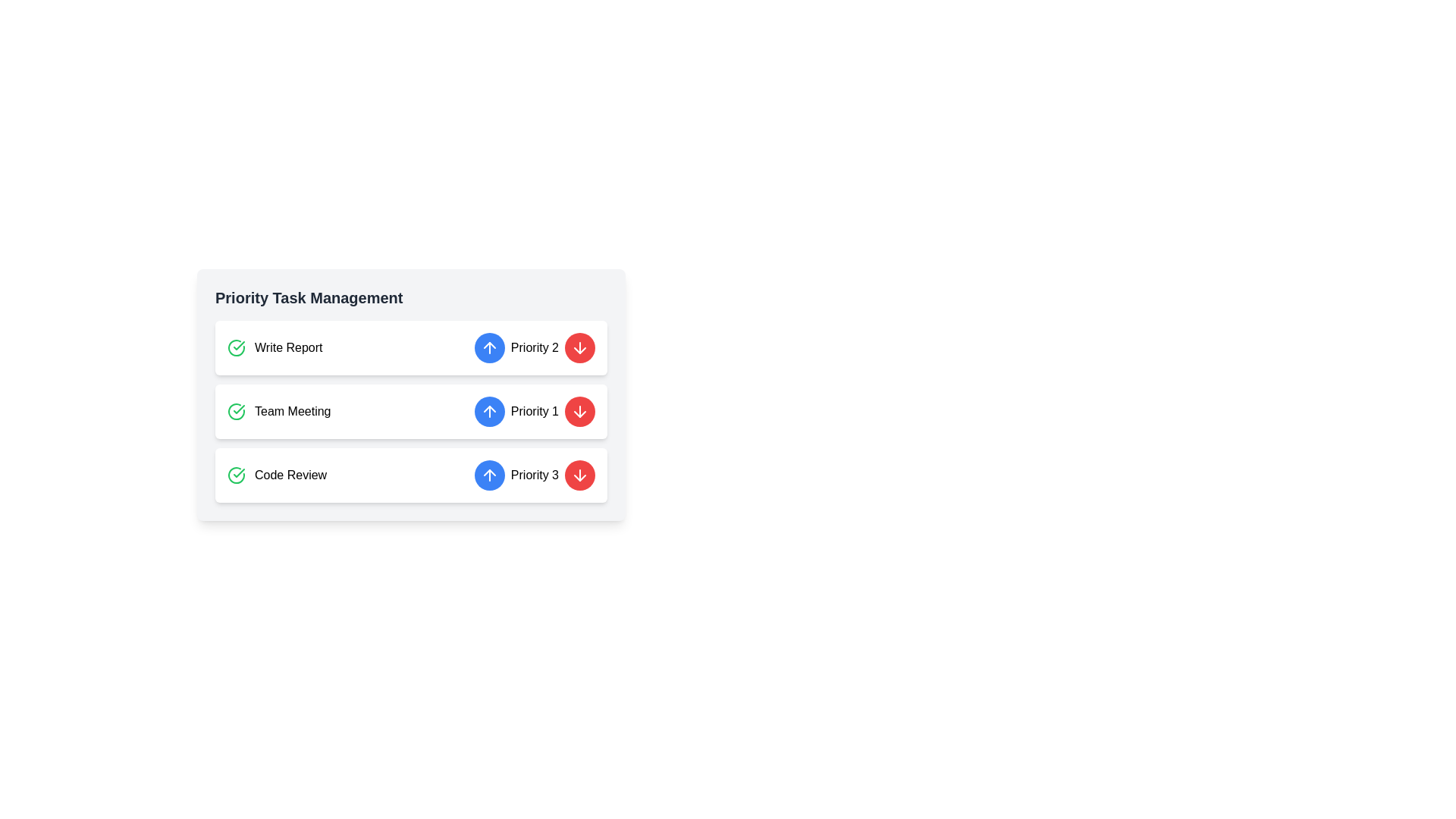  I want to click on text label 'Priority 2' located between the blue circular button with an upward arrow and the red circular button with a downward arrow in the right section of the 'Write Report' task row in the 'Priority Task Management' interface, so click(535, 348).